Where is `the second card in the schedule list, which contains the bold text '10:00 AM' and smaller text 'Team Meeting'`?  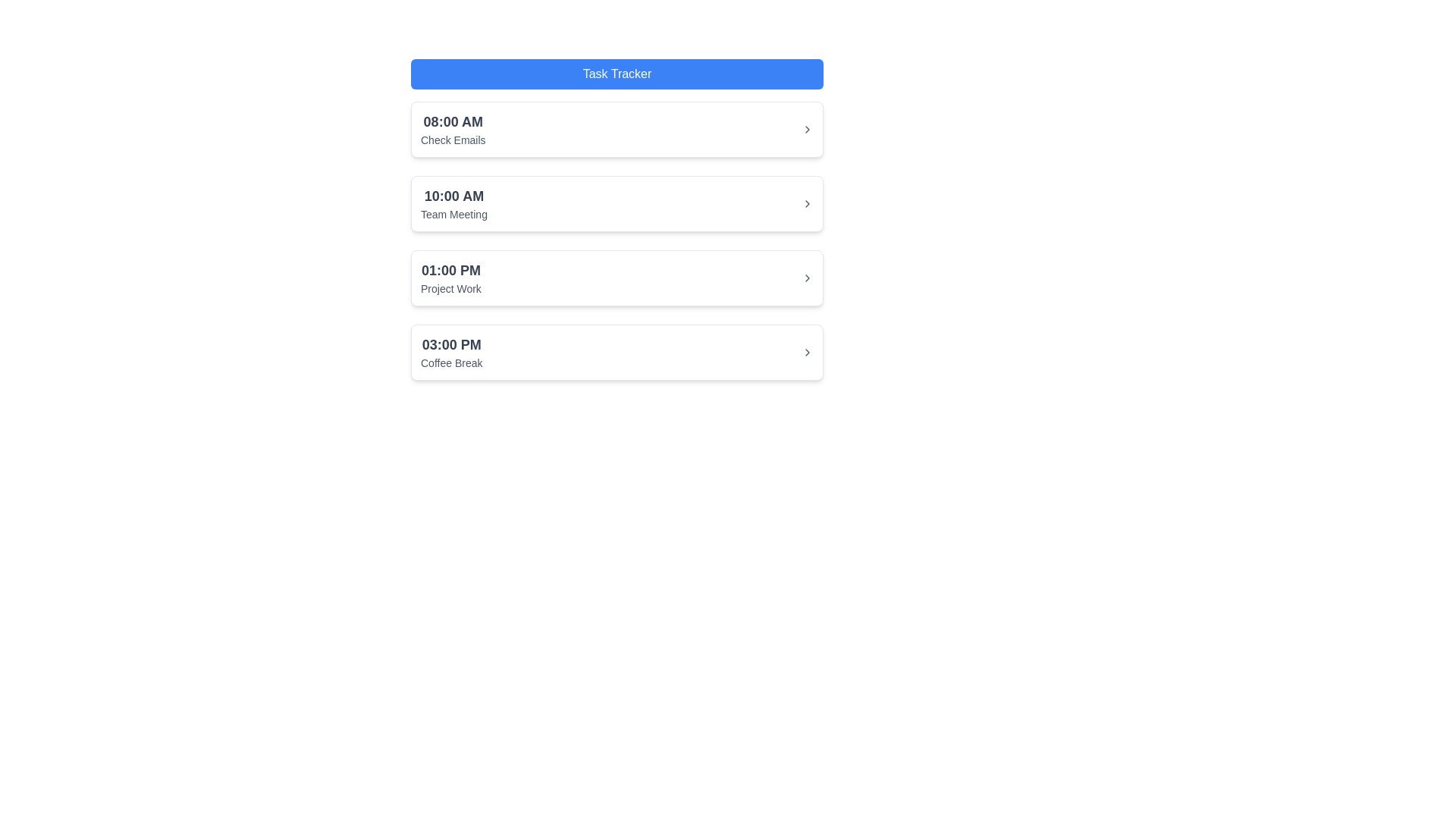
the second card in the schedule list, which contains the bold text '10:00 AM' and smaller text 'Team Meeting' is located at coordinates (453, 203).